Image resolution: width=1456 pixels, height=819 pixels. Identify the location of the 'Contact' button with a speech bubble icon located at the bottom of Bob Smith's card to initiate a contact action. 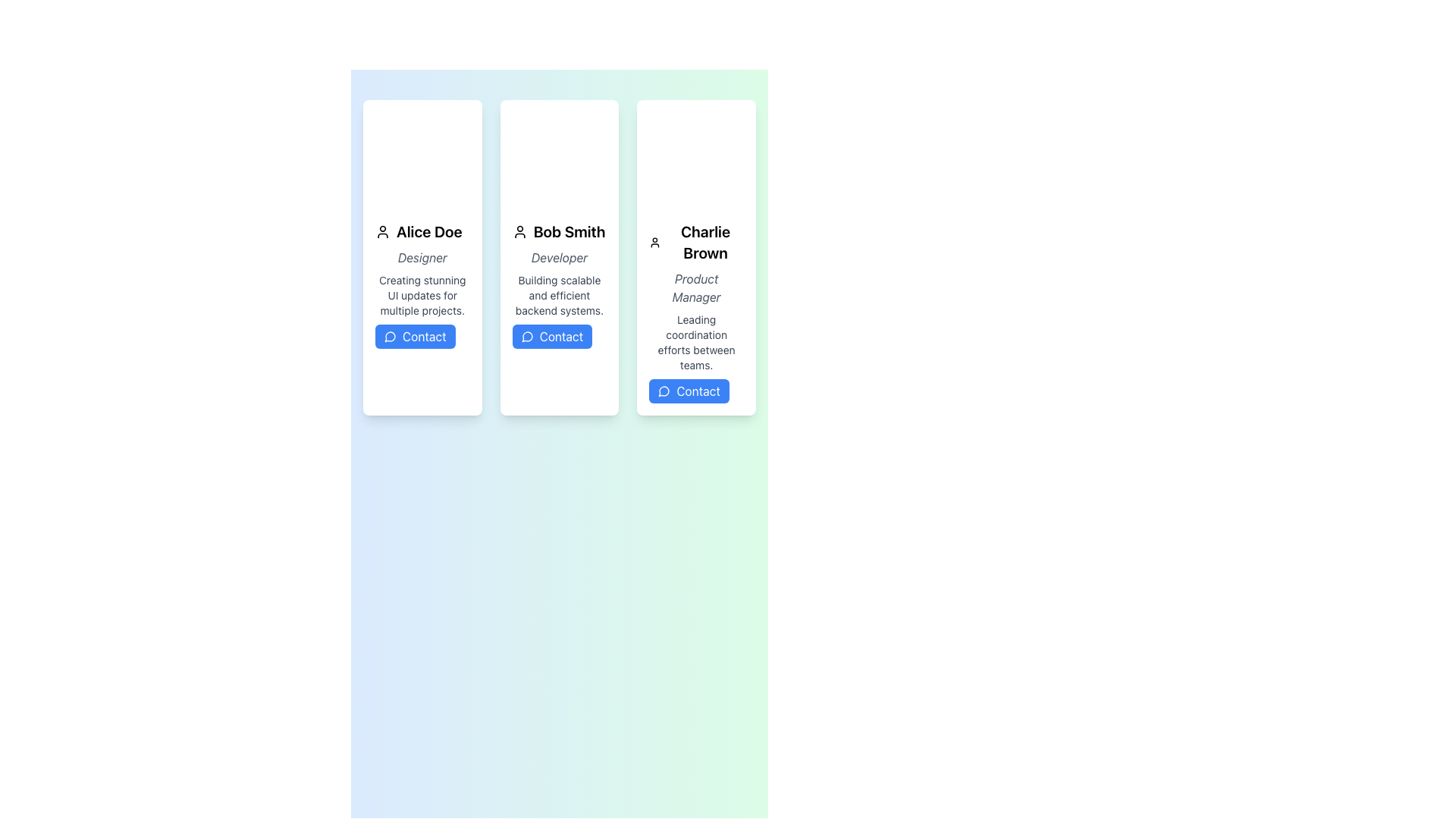
(551, 335).